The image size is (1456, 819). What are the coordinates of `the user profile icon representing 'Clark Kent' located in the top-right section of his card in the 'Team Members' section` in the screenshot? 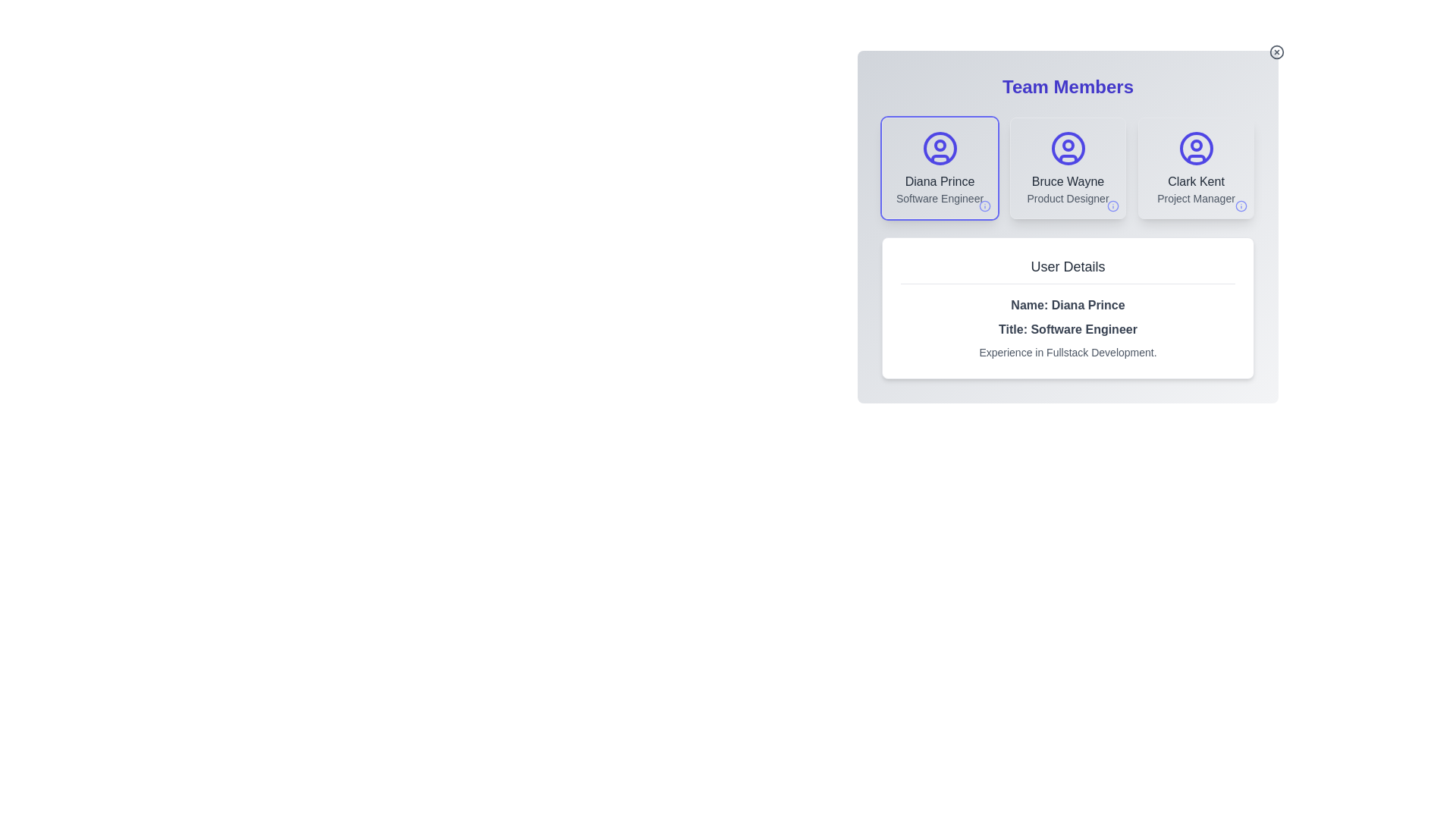 It's located at (1195, 149).